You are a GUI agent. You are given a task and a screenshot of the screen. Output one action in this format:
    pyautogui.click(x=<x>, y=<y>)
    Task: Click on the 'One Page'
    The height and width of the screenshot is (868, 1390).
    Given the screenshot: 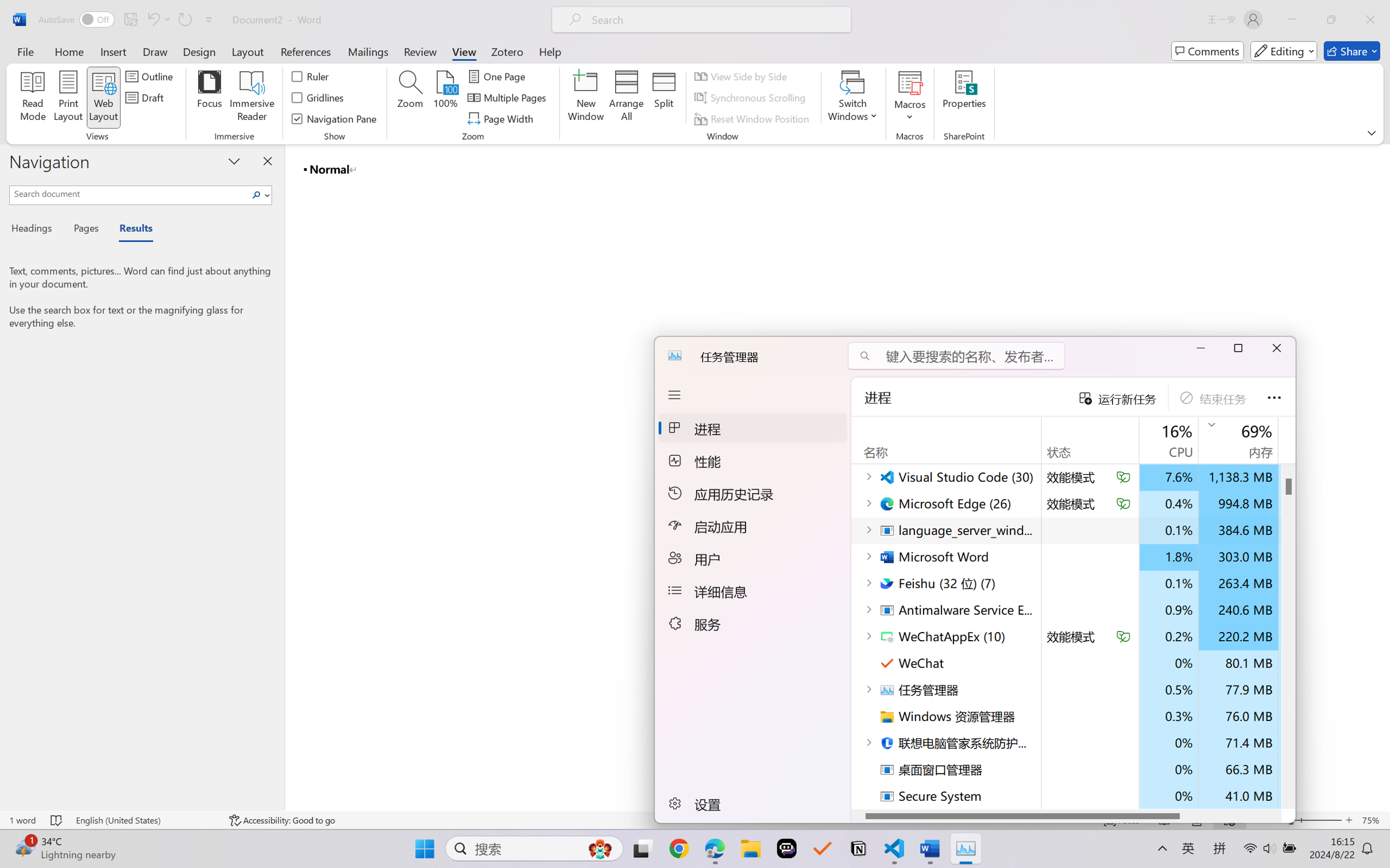 What is the action you would take?
    pyautogui.click(x=497, y=75)
    